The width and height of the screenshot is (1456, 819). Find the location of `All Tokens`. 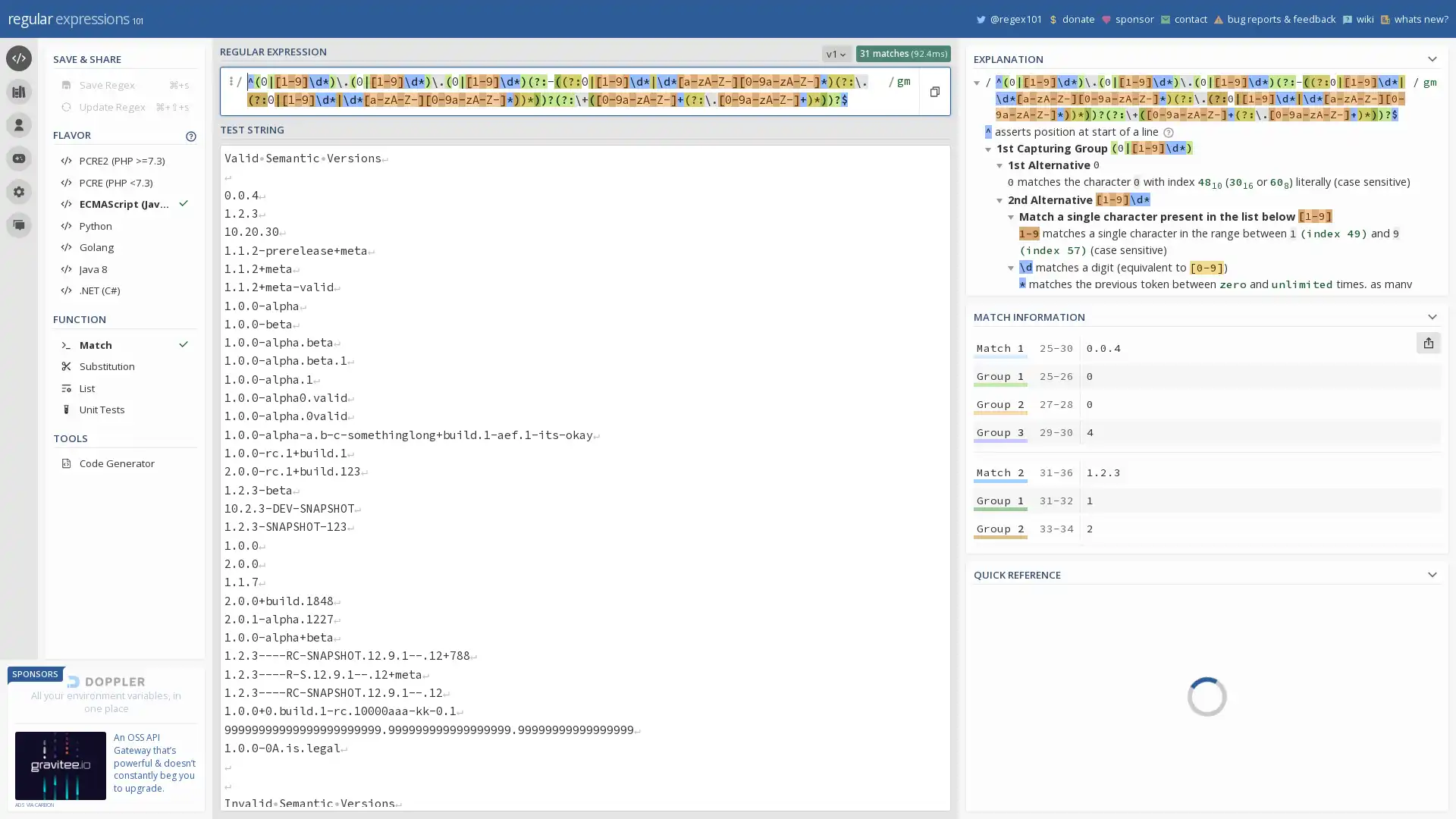

All Tokens is located at coordinates (1044, 629).